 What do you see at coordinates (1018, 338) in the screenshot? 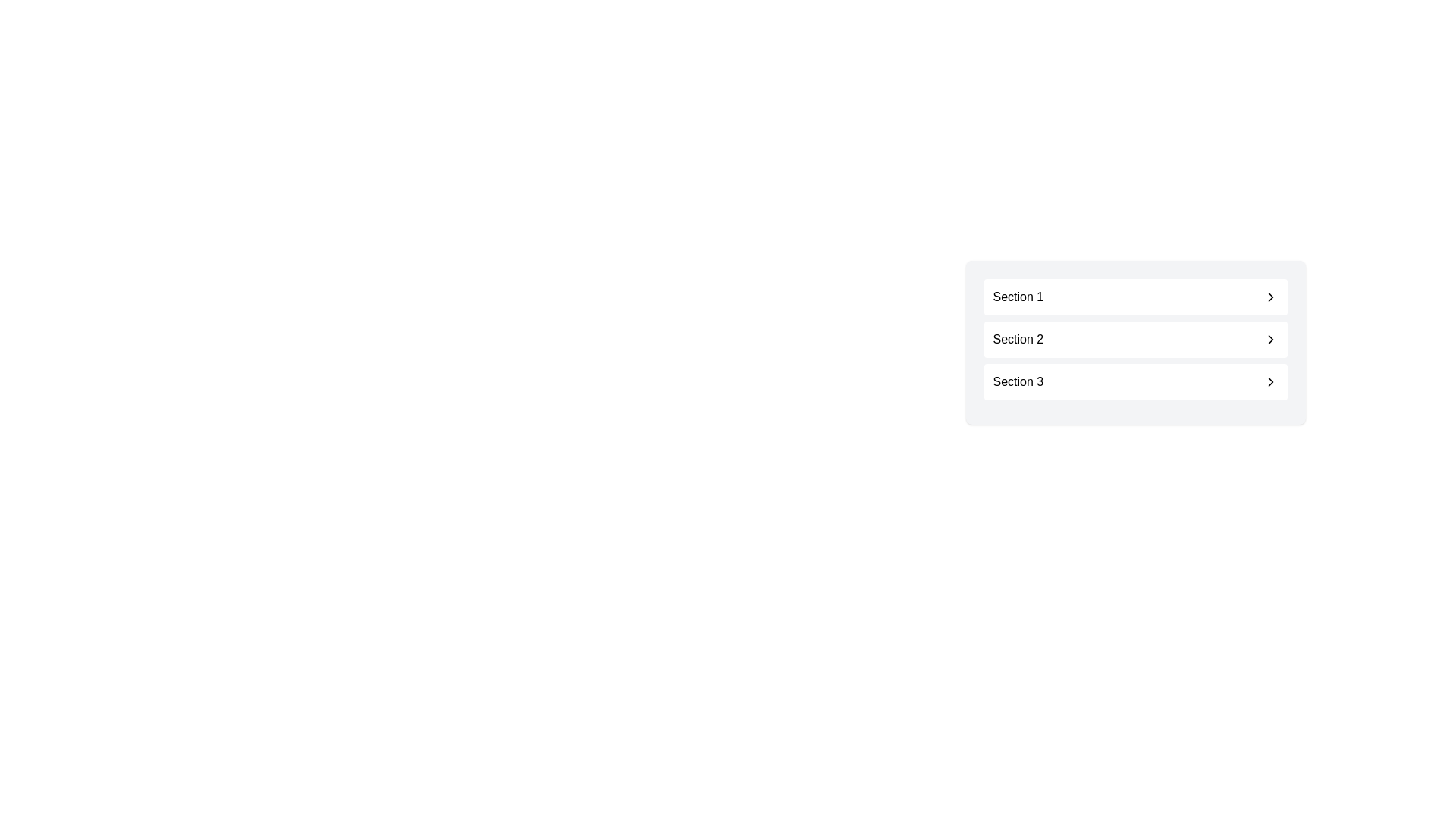
I see `the text label 'Section 2'` at bounding box center [1018, 338].